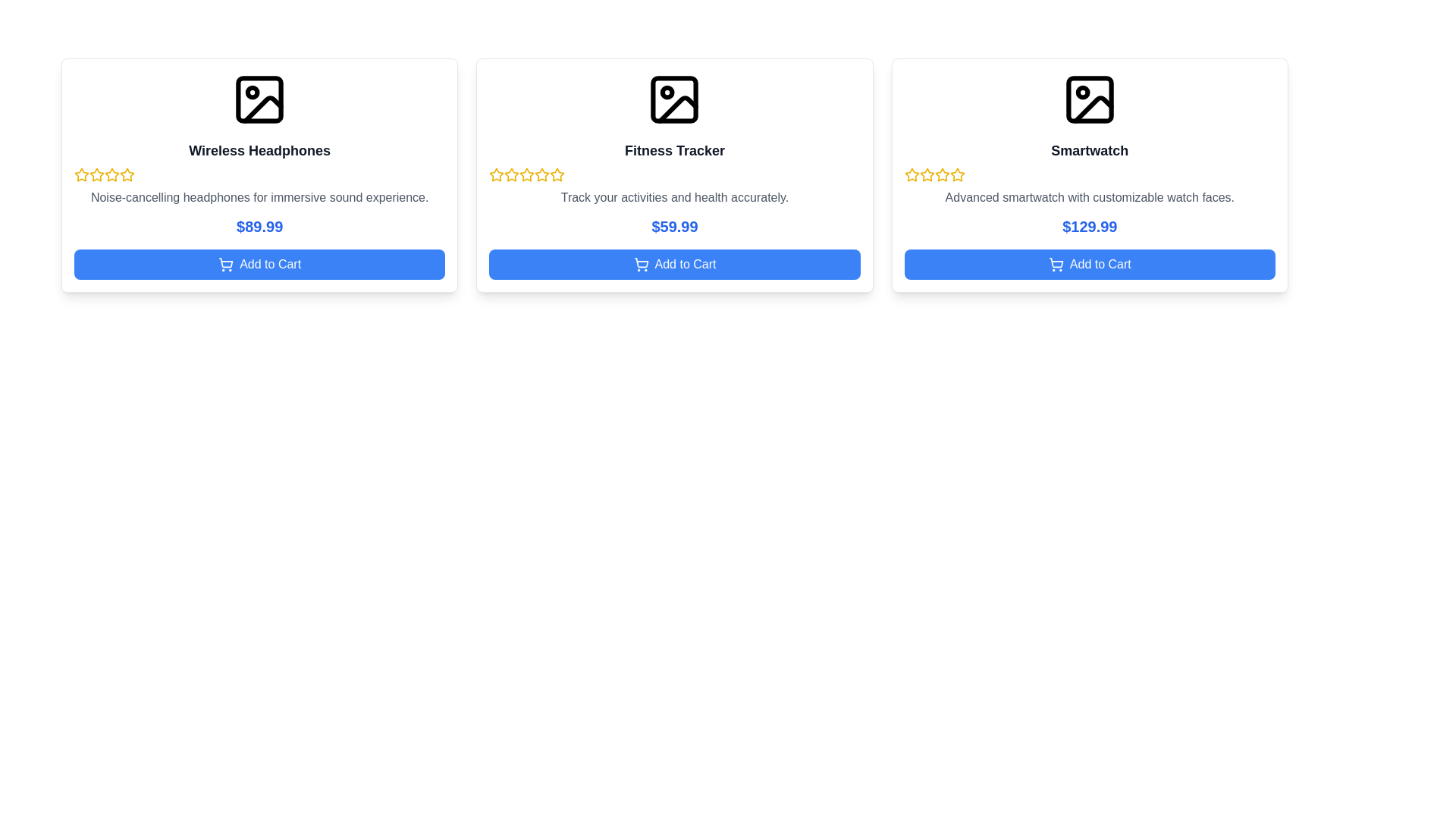 The width and height of the screenshot is (1456, 819). What do you see at coordinates (111, 174) in the screenshot?
I see `the second yellow outlined star icon in the rating system under the 'Wireless Headphones' section to provide a rating` at bounding box center [111, 174].